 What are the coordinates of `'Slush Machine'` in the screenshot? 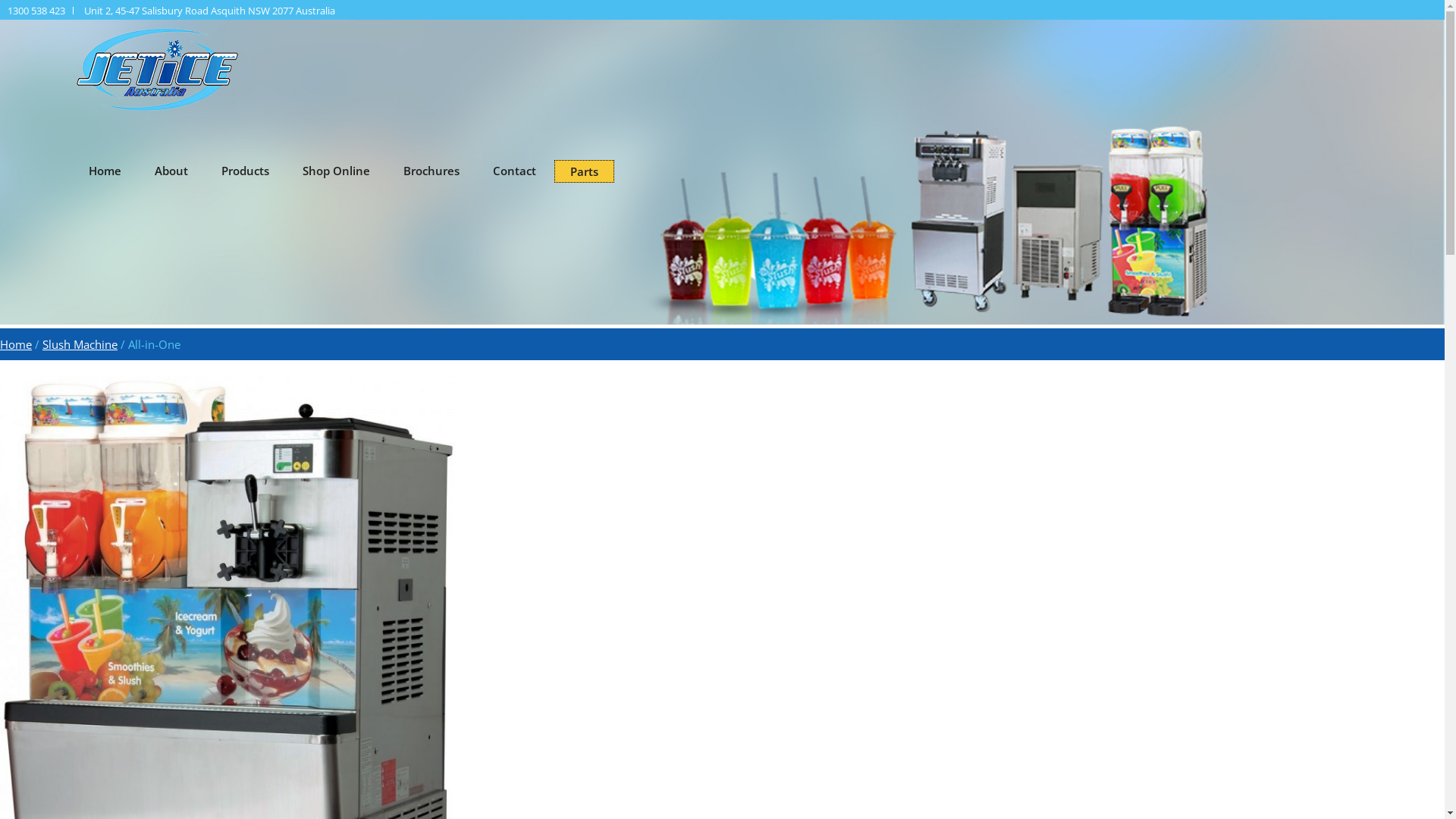 It's located at (42, 344).